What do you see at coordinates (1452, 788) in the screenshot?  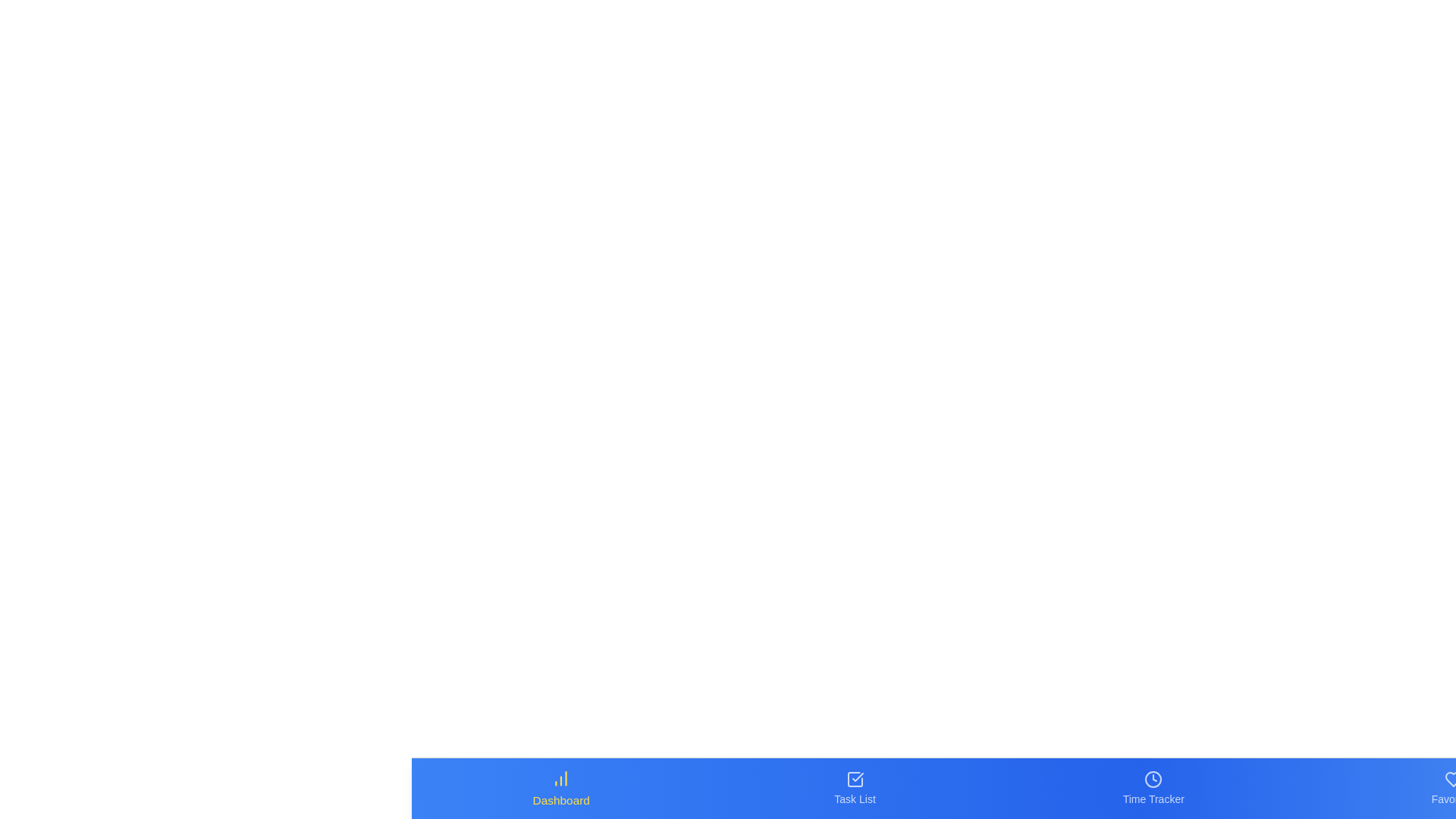 I see `the Favorites tab in the bottom navigation bar` at bounding box center [1452, 788].